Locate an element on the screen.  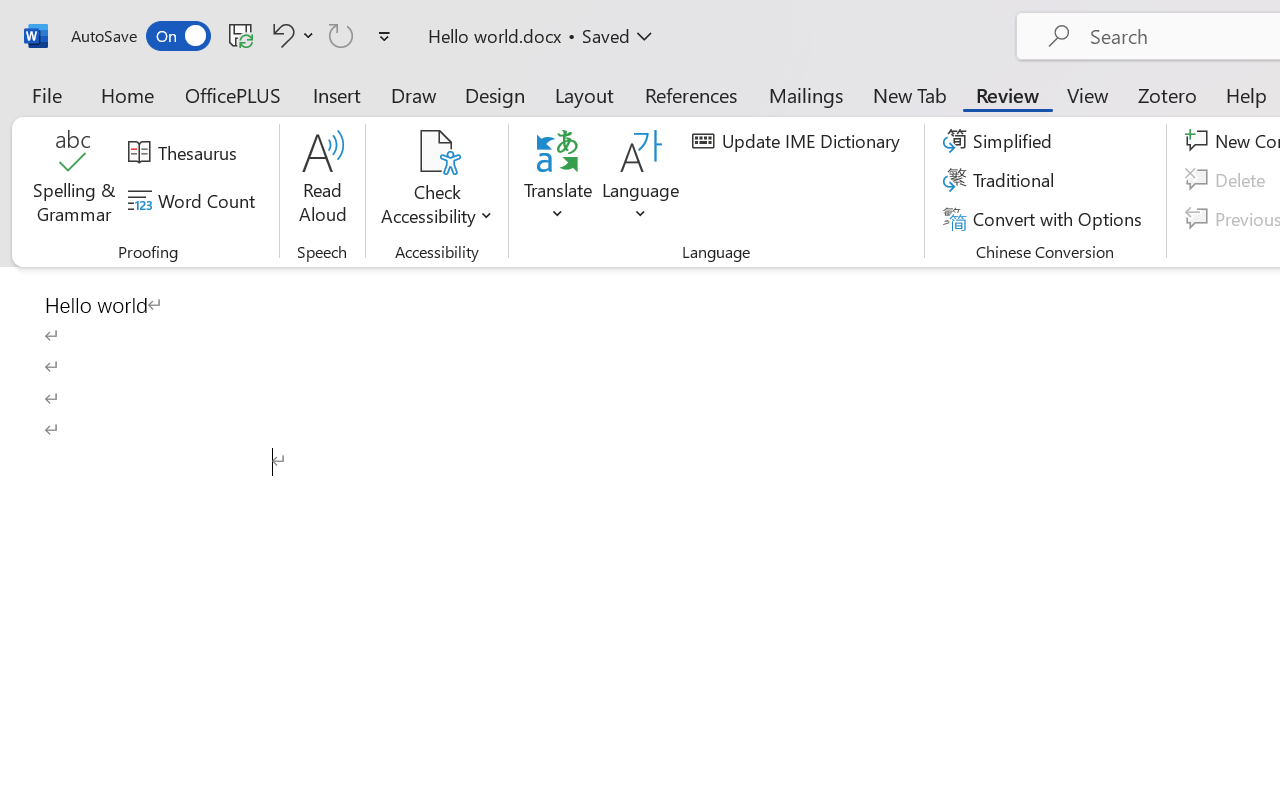
'AutoSave' is located at coordinates (139, 35).